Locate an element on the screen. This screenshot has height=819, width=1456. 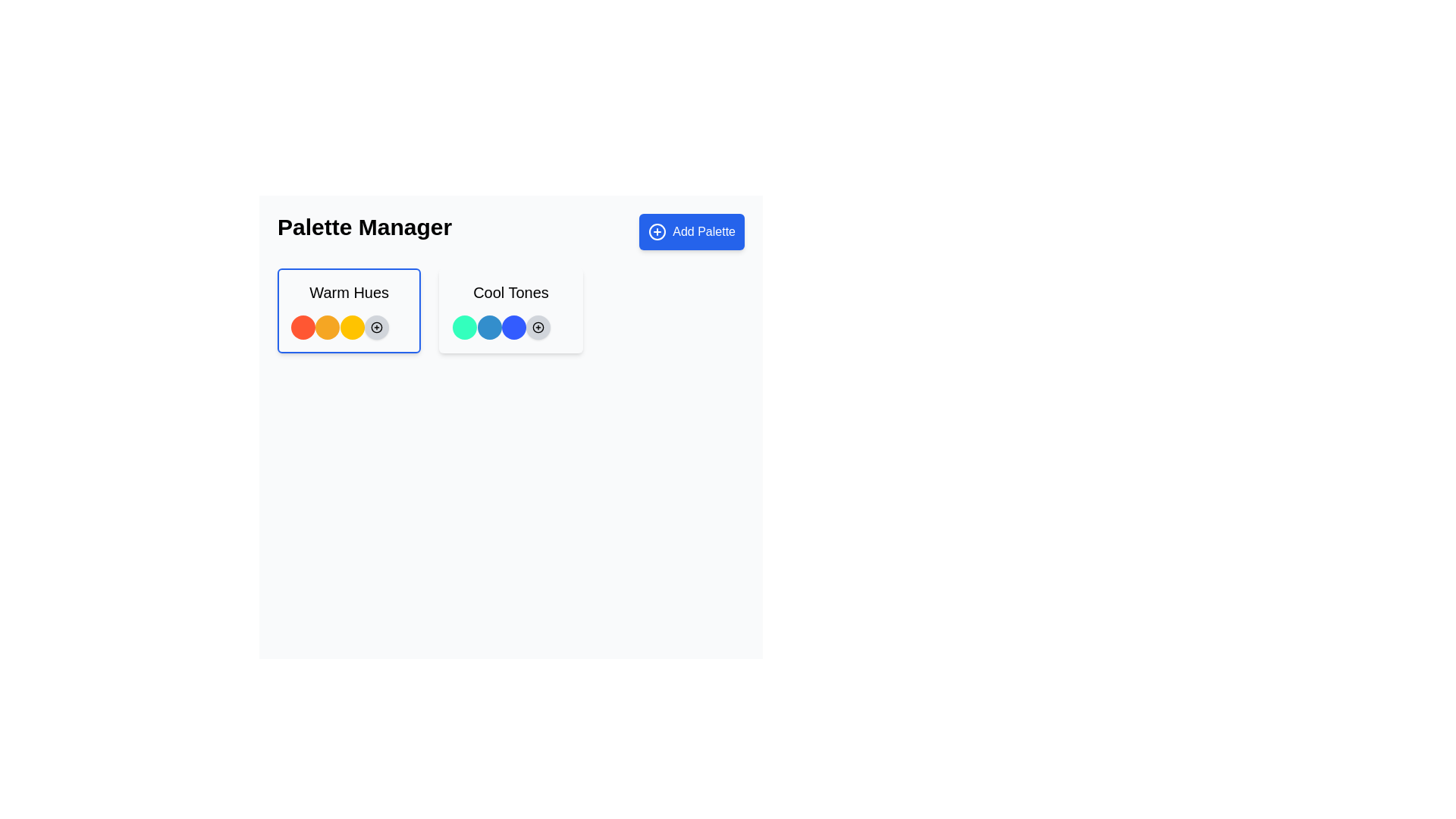
the second circular color swatch in the 'Warm Hues' palette, which is located between the first swatch (red) and the third swatch (yellow) is located at coordinates (327, 327).